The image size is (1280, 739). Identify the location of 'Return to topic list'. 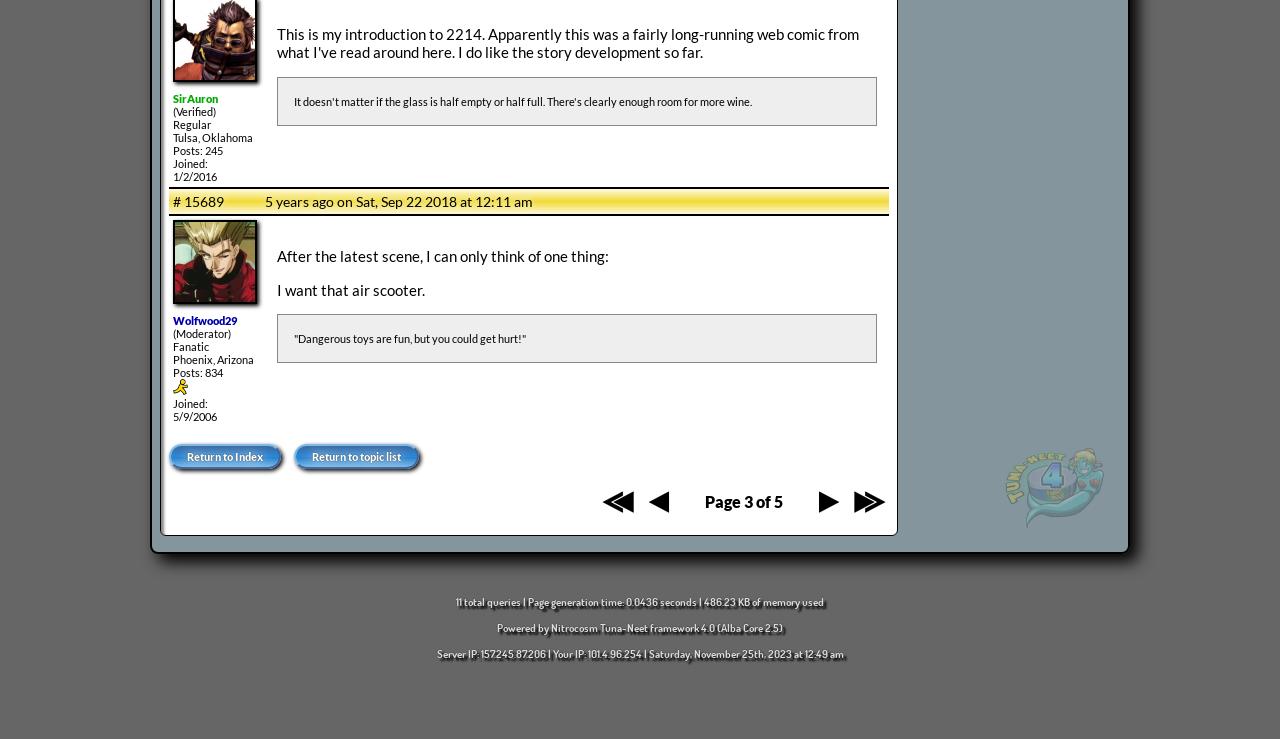
(356, 456).